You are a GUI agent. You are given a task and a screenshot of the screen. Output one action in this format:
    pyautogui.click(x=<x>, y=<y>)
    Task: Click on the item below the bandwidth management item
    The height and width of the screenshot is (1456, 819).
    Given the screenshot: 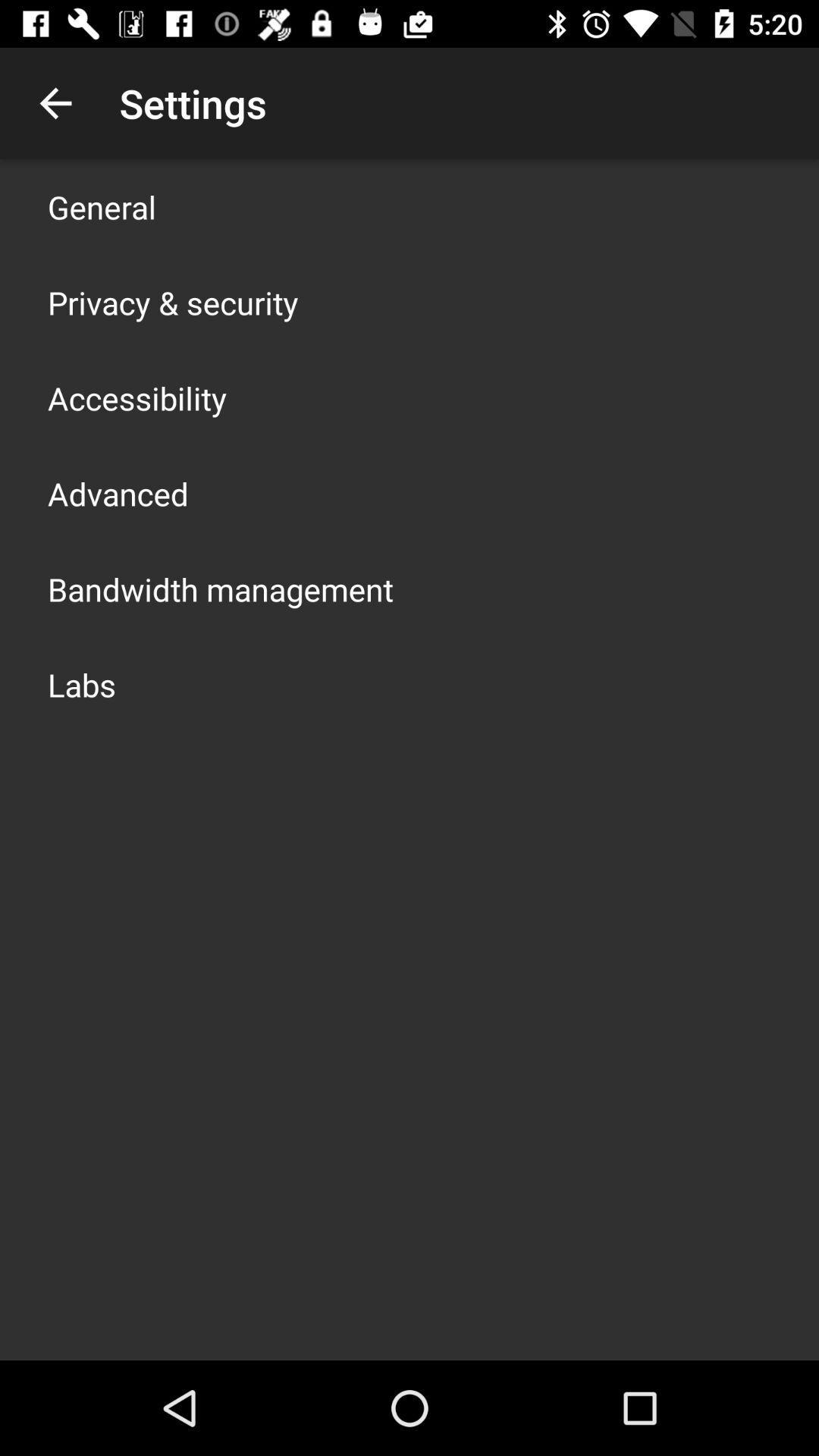 What is the action you would take?
    pyautogui.click(x=82, y=683)
    